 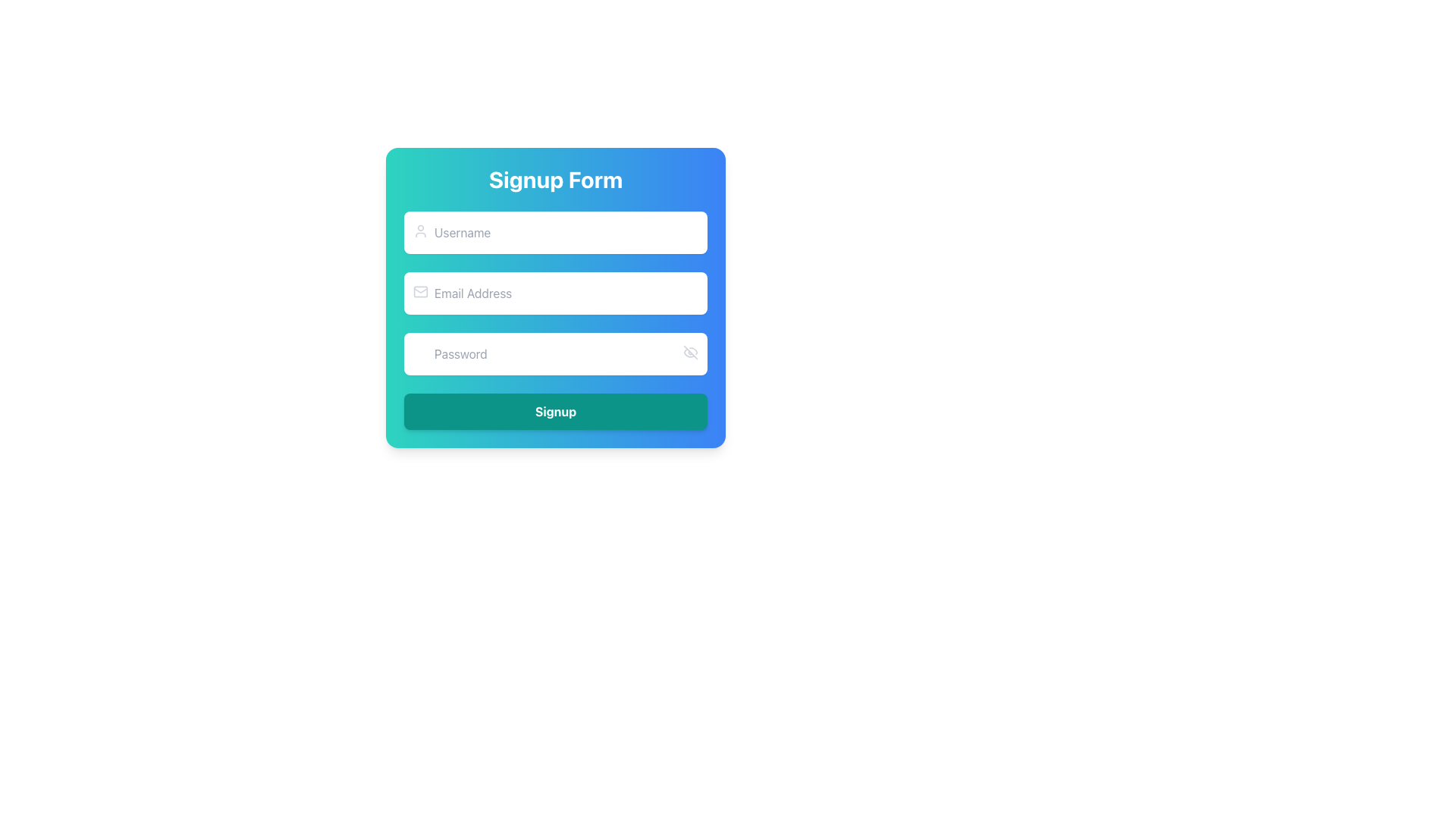 I want to click on and drop text into the email input field located in the Signup form, which is the second text input below the Username field, so click(x=555, y=293).